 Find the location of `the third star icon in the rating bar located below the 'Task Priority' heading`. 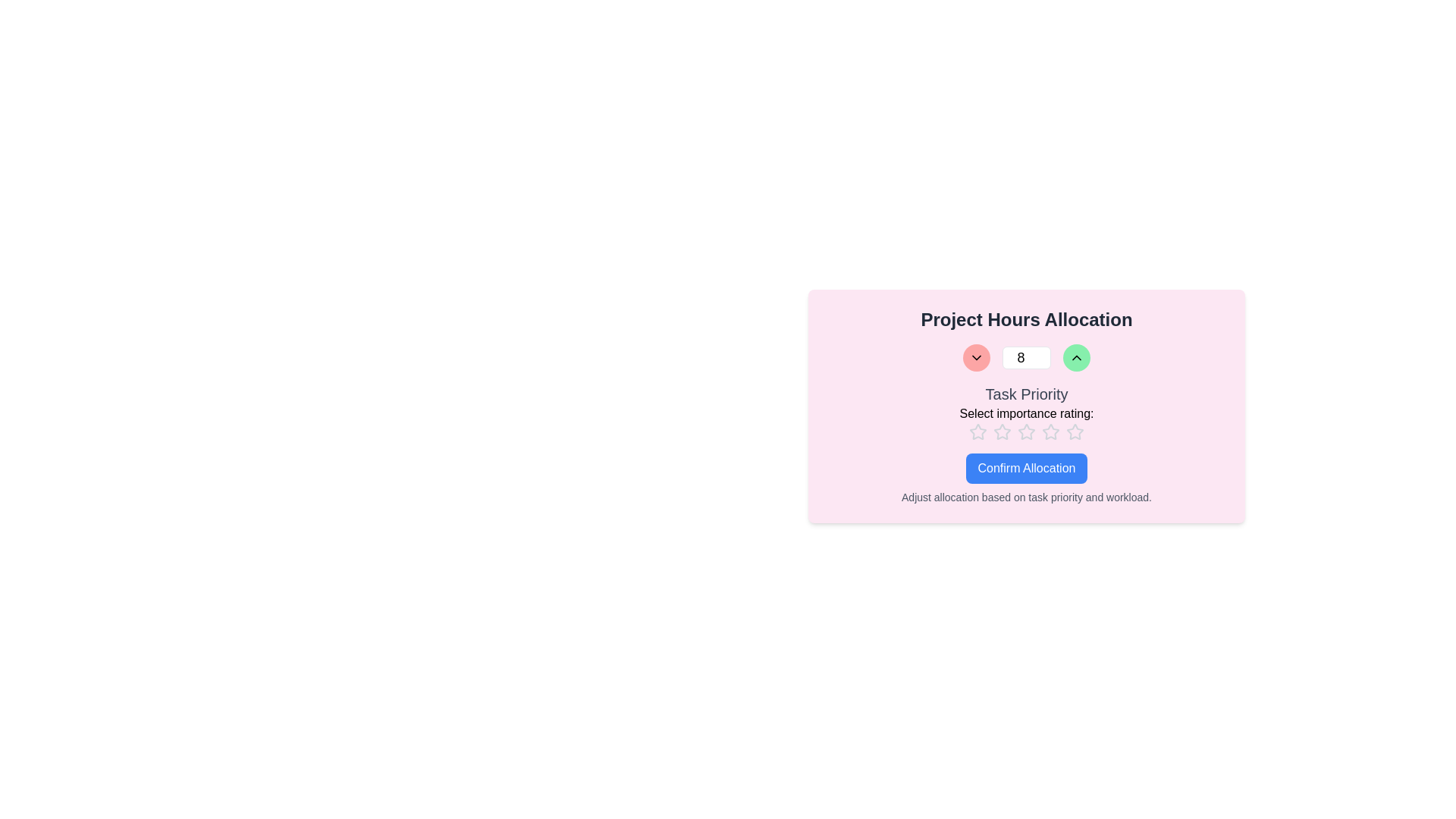

the third star icon in the rating bar located below the 'Task Priority' heading is located at coordinates (1050, 431).